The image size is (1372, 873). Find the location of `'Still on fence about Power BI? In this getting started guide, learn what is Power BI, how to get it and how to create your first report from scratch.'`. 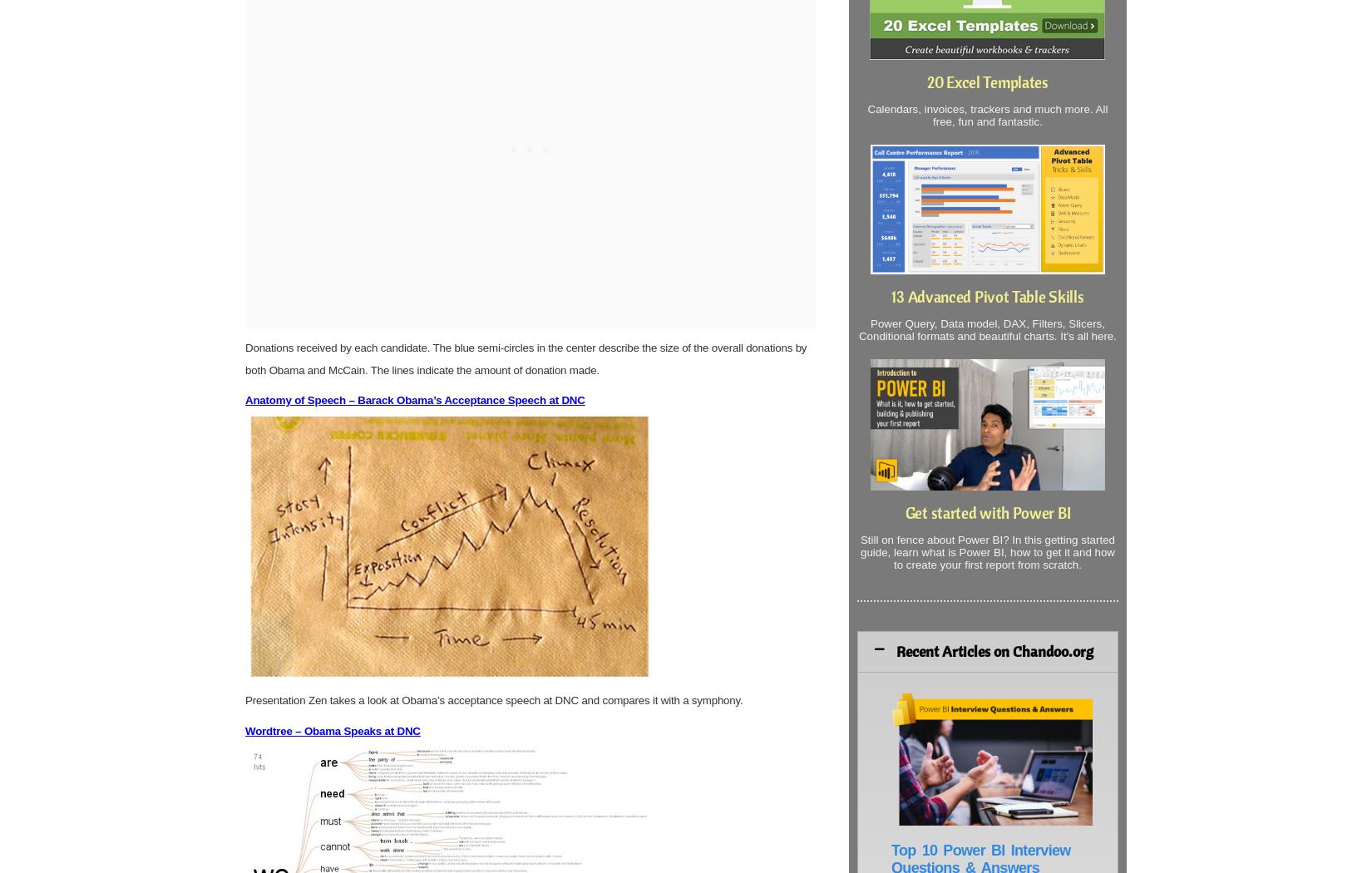

'Still on fence about Power BI? In this getting started guide, learn what is Power BI, how to get it and how to create your first report from scratch.' is located at coordinates (860, 550).